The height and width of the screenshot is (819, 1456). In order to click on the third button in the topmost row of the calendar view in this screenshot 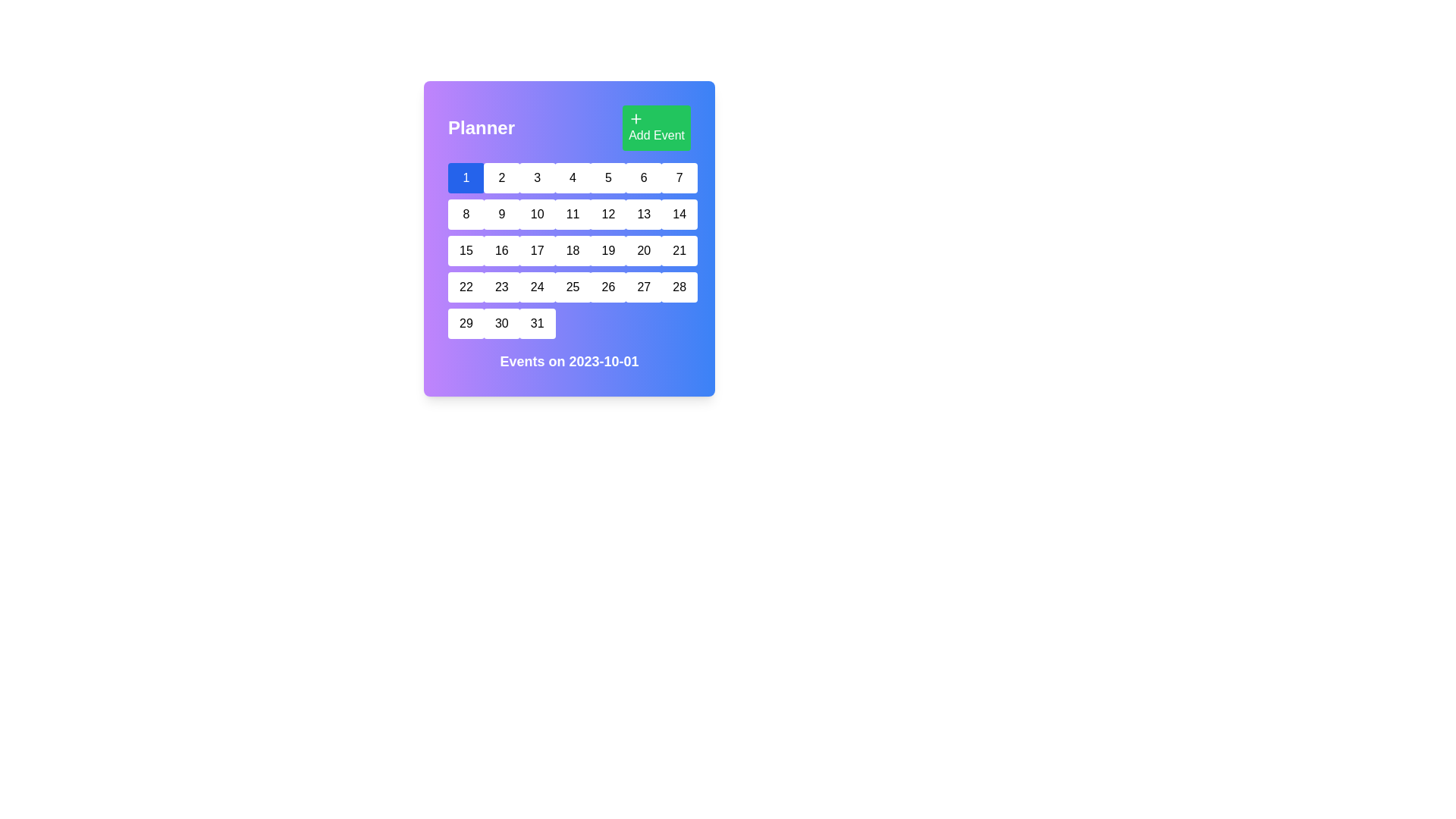, I will do `click(537, 177)`.